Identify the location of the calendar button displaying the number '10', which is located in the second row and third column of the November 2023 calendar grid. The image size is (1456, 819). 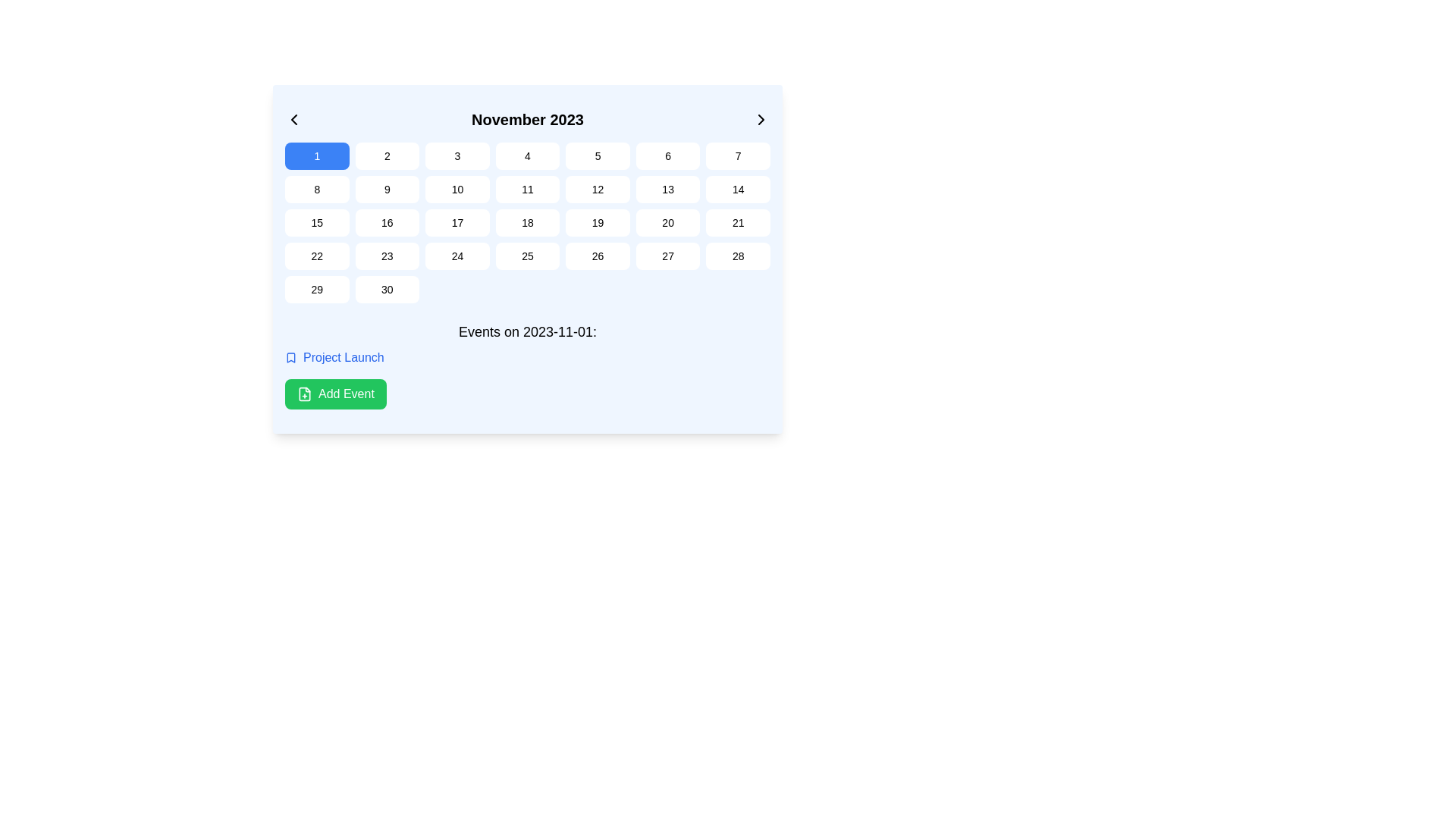
(457, 189).